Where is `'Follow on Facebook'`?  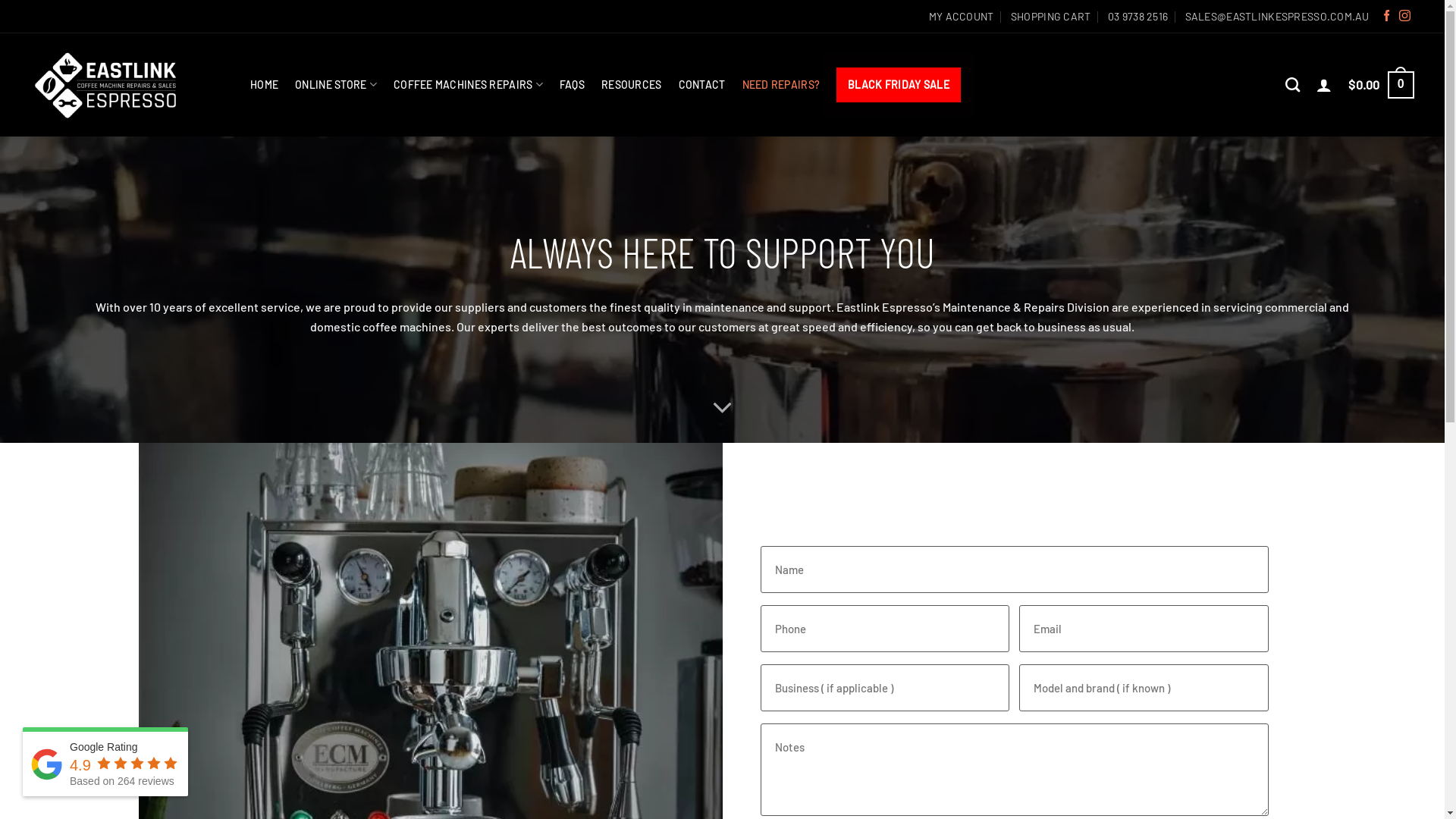
'Follow on Facebook' is located at coordinates (1386, 16).